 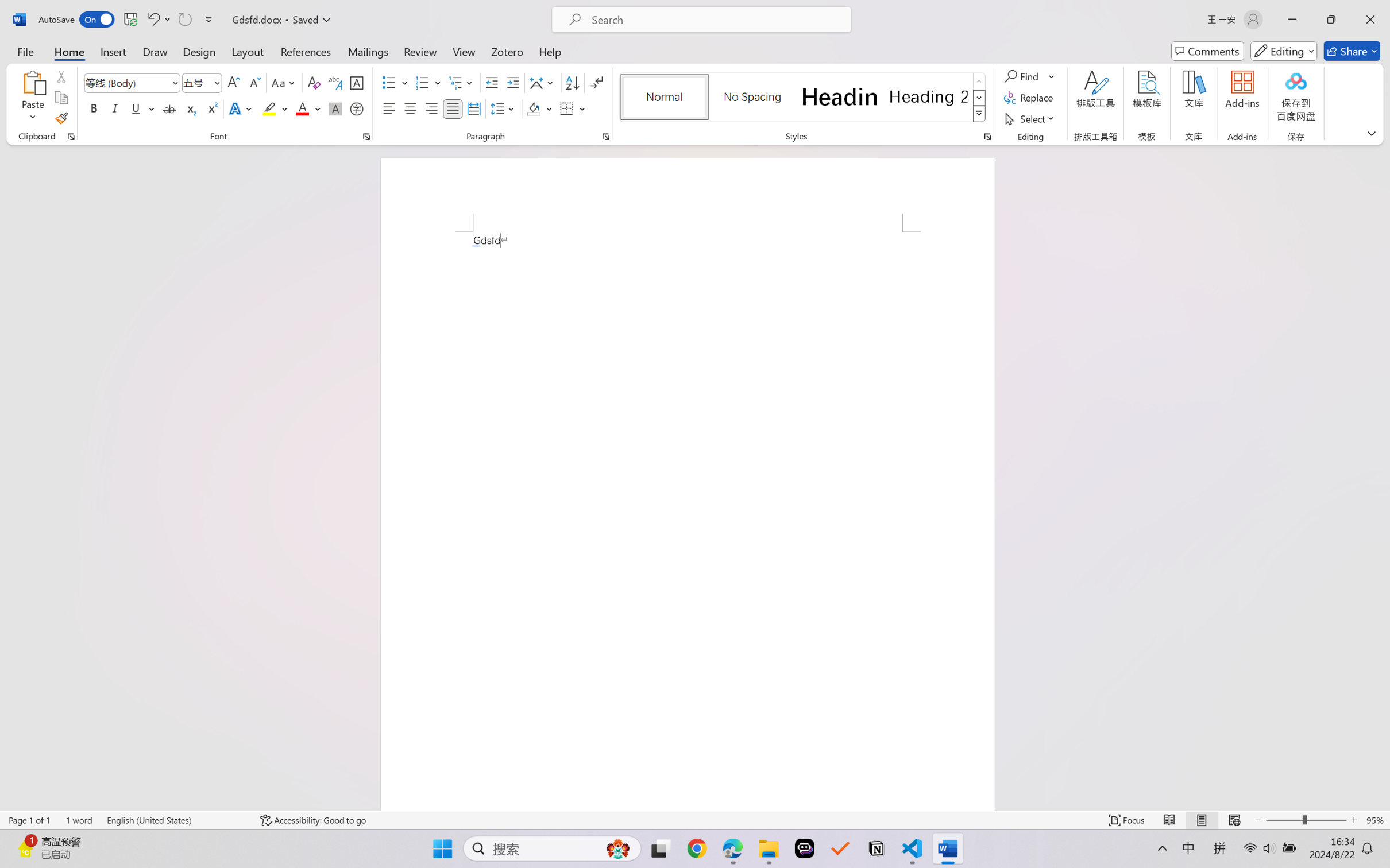 What do you see at coordinates (241, 108) in the screenshot?
I see `'Text Effects and Typography'` at bounding box center [241, 108].